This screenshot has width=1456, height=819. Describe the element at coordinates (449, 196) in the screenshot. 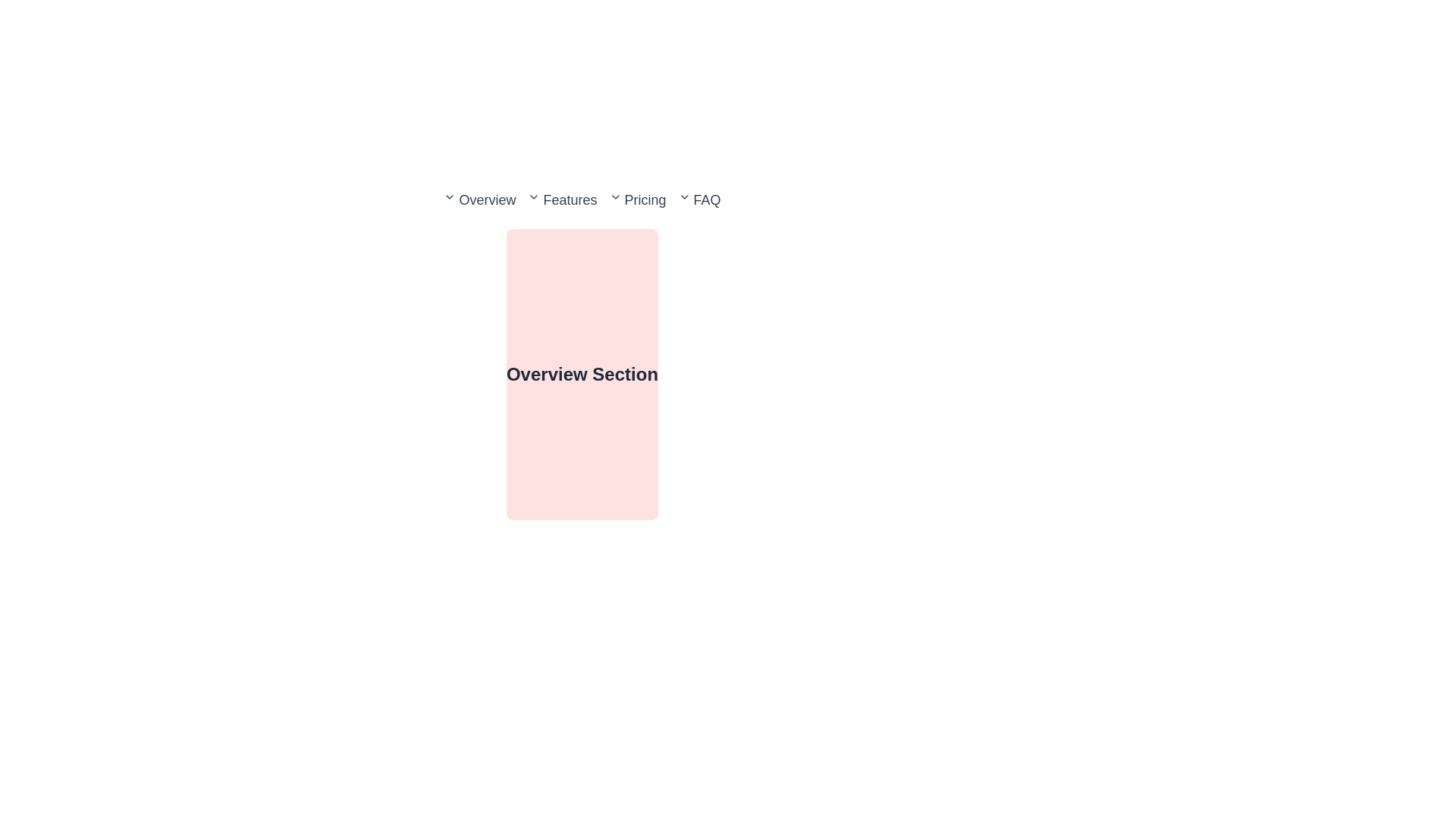

I see `the chevron icon representing the dropdown menu indicator located next to the 'Overview' text on the navigation bar` at that location.